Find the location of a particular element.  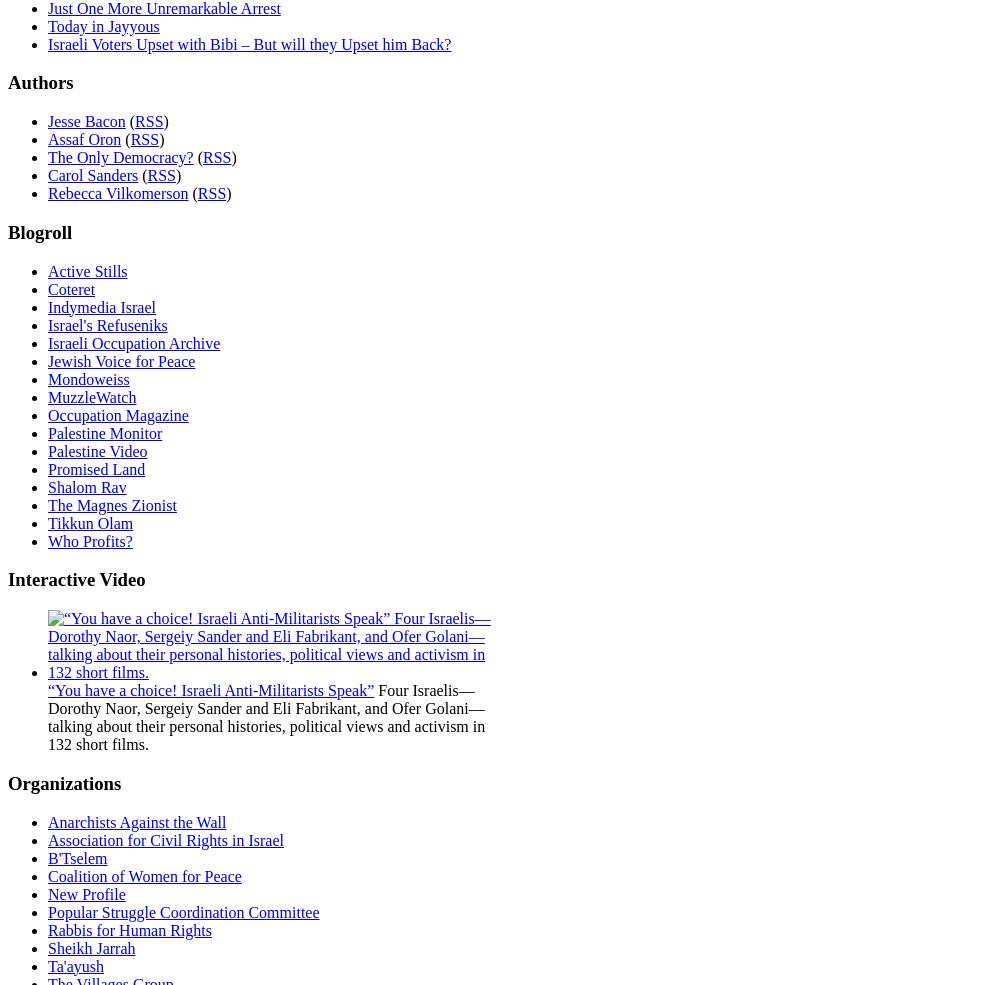

'Coteret' is located at coordinates (47, 287).